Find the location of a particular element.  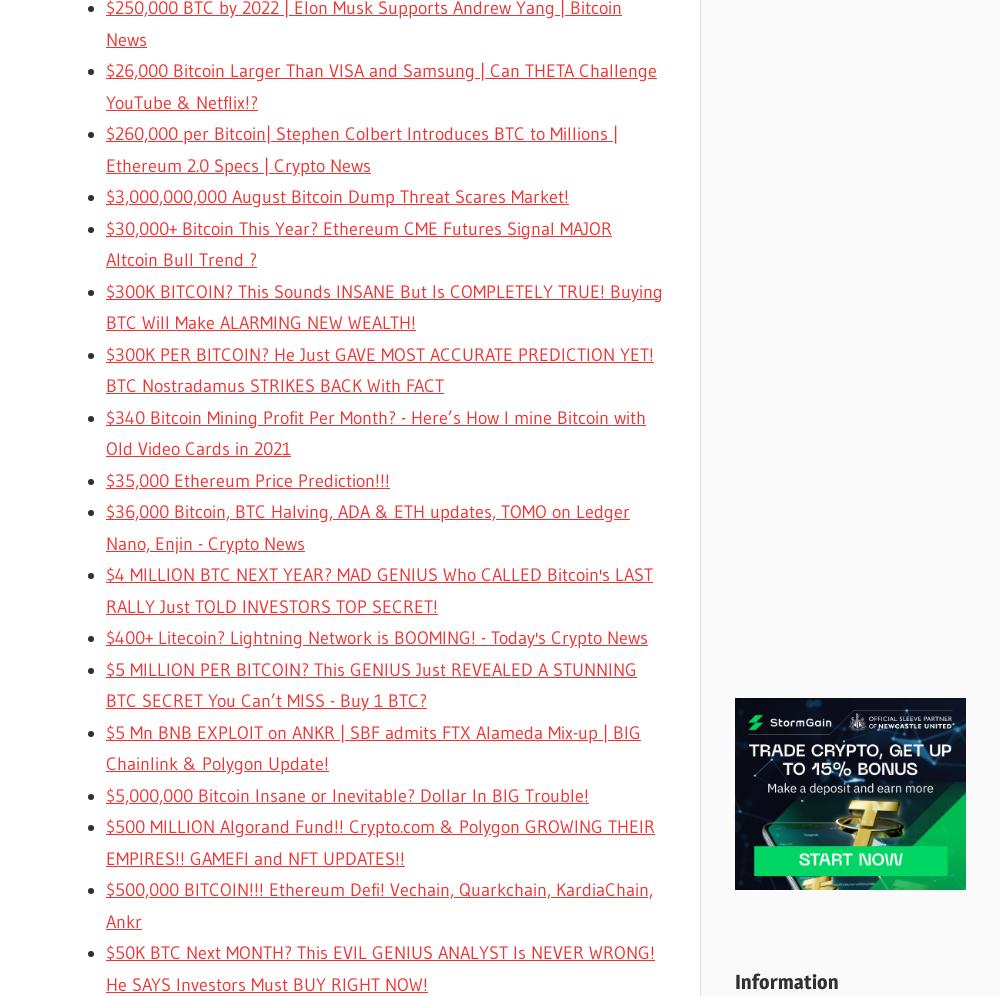

'$300K BITCOIN? This Sounds INSANE But Is COMPLETELY TRUE! Buying BTC Will Make ALARMING NEW WEALTH!' is located at coordinates (384, 305).